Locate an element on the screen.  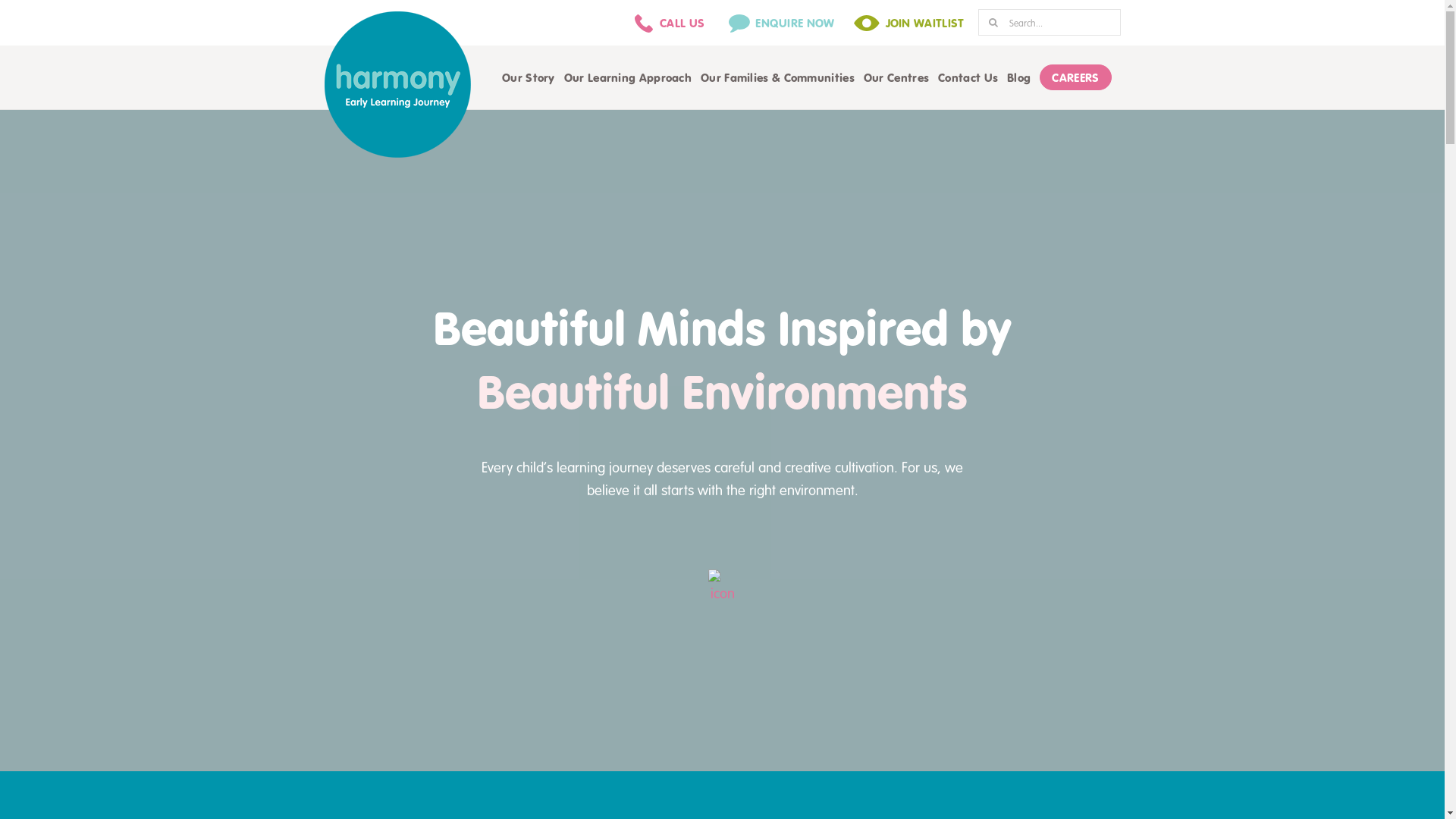
'ENQUIRE NOW' is located at coordinates (779, 23).